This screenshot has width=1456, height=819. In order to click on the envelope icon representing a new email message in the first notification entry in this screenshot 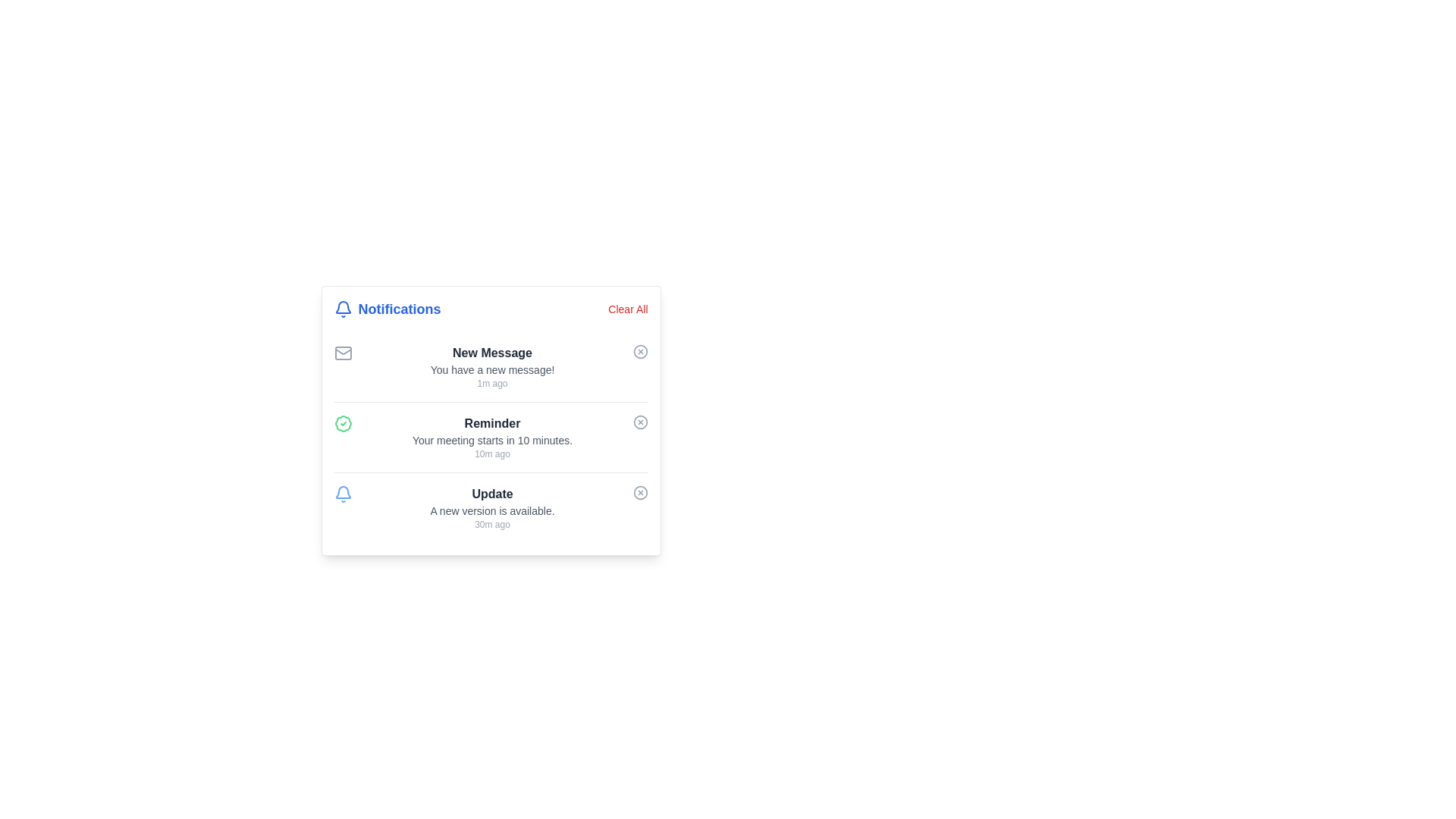, I will do `click(342, 353)`.